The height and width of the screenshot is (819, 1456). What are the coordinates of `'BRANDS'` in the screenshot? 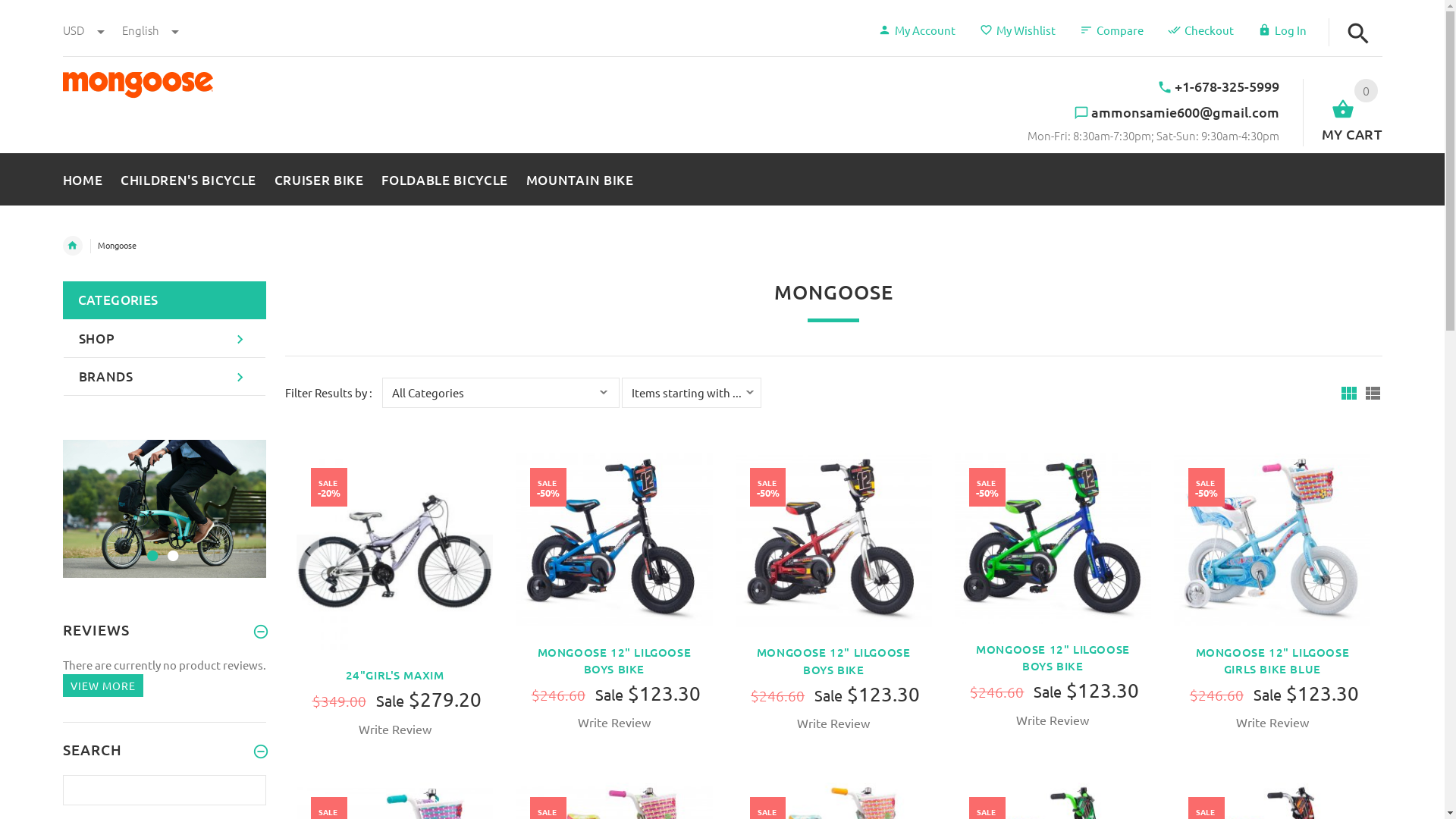 It's located at (164, 376).